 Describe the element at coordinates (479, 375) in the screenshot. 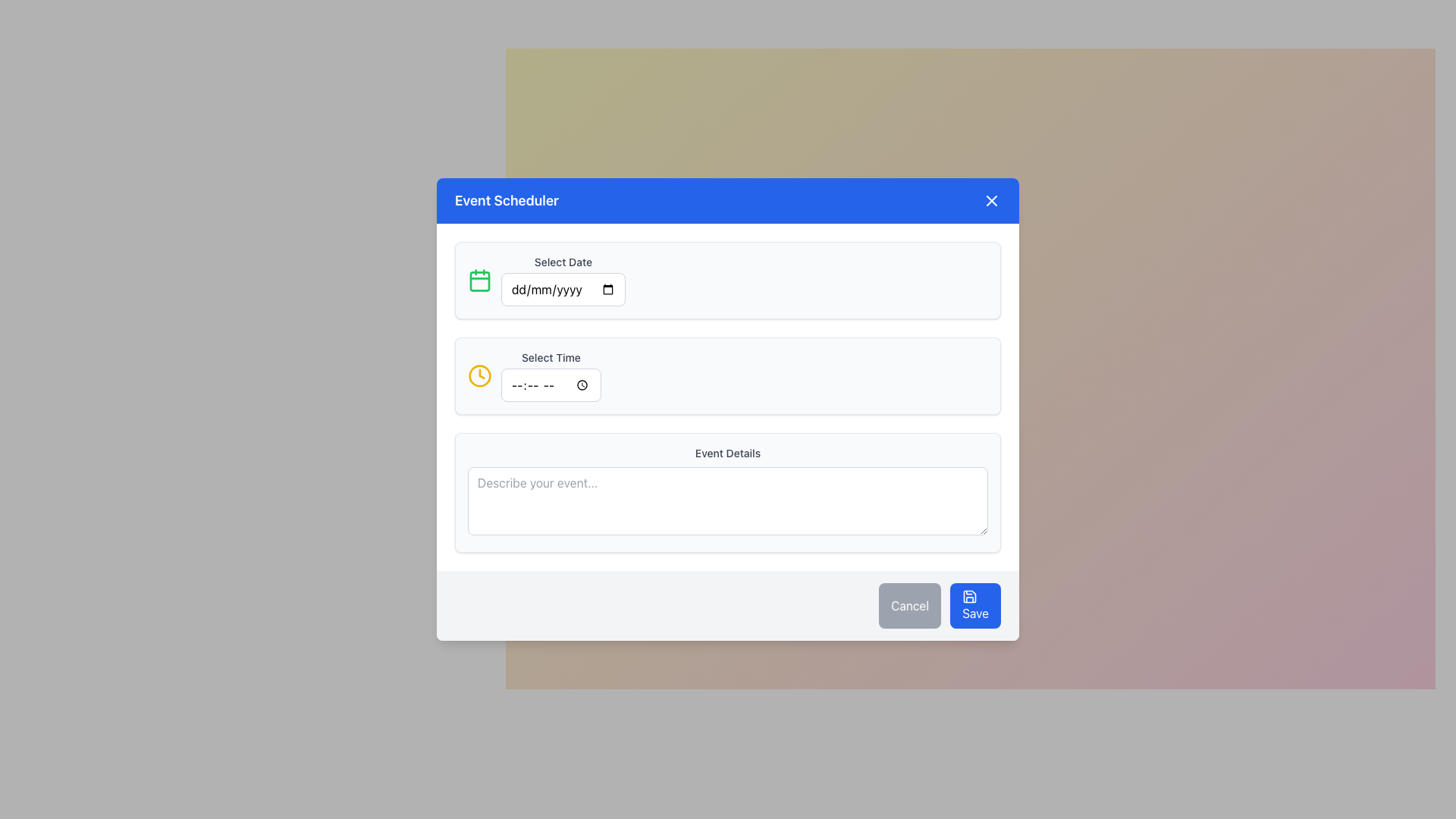

I see `the clock icon located to the left of the 'Select Time' text within the rounded rectangle section titled 'Select Time' for auxiliary actions` at that location.